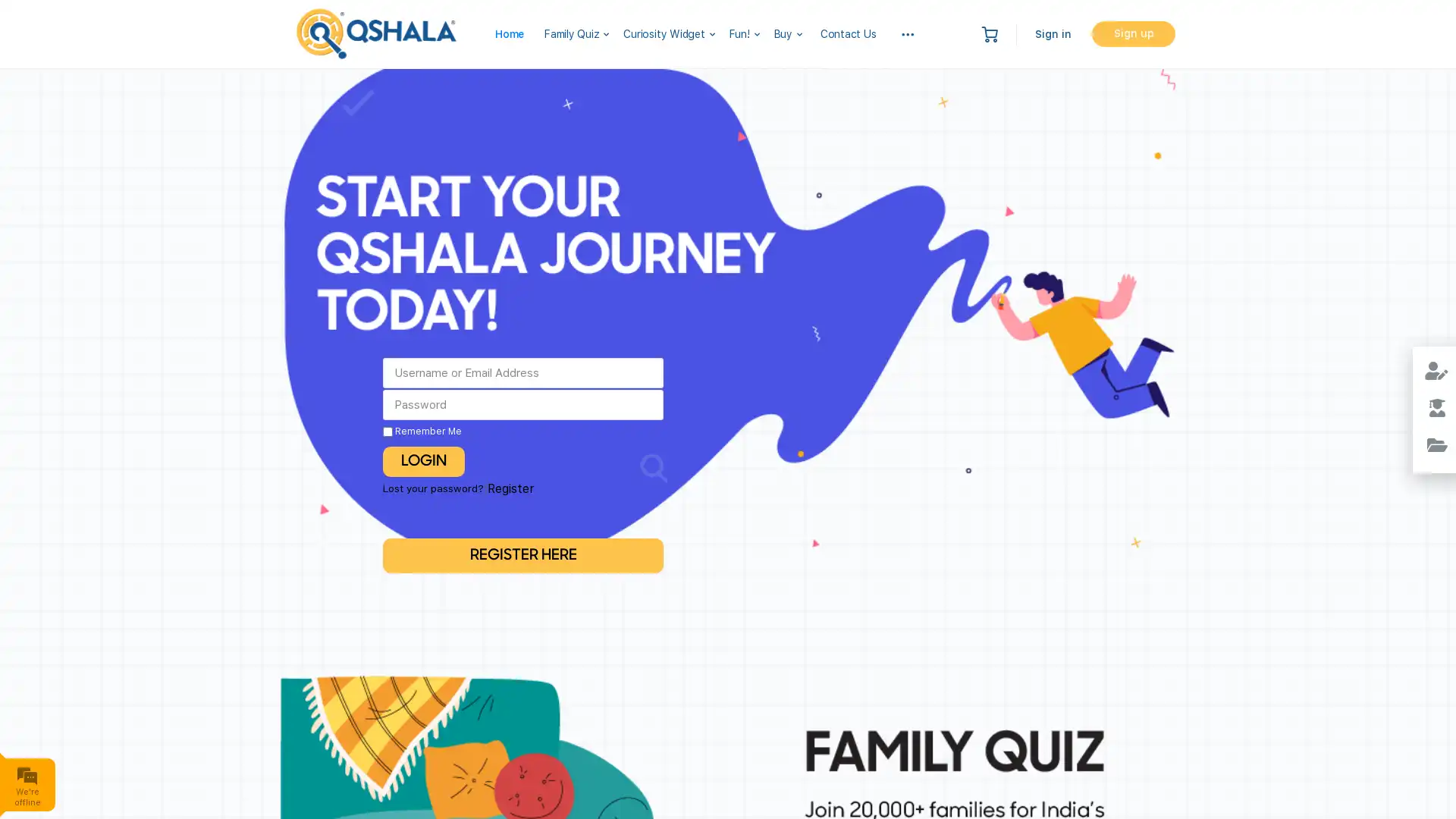  Describe the element at coordinates (423, 460) in the screenshot. I see `LOGIN` at that location.